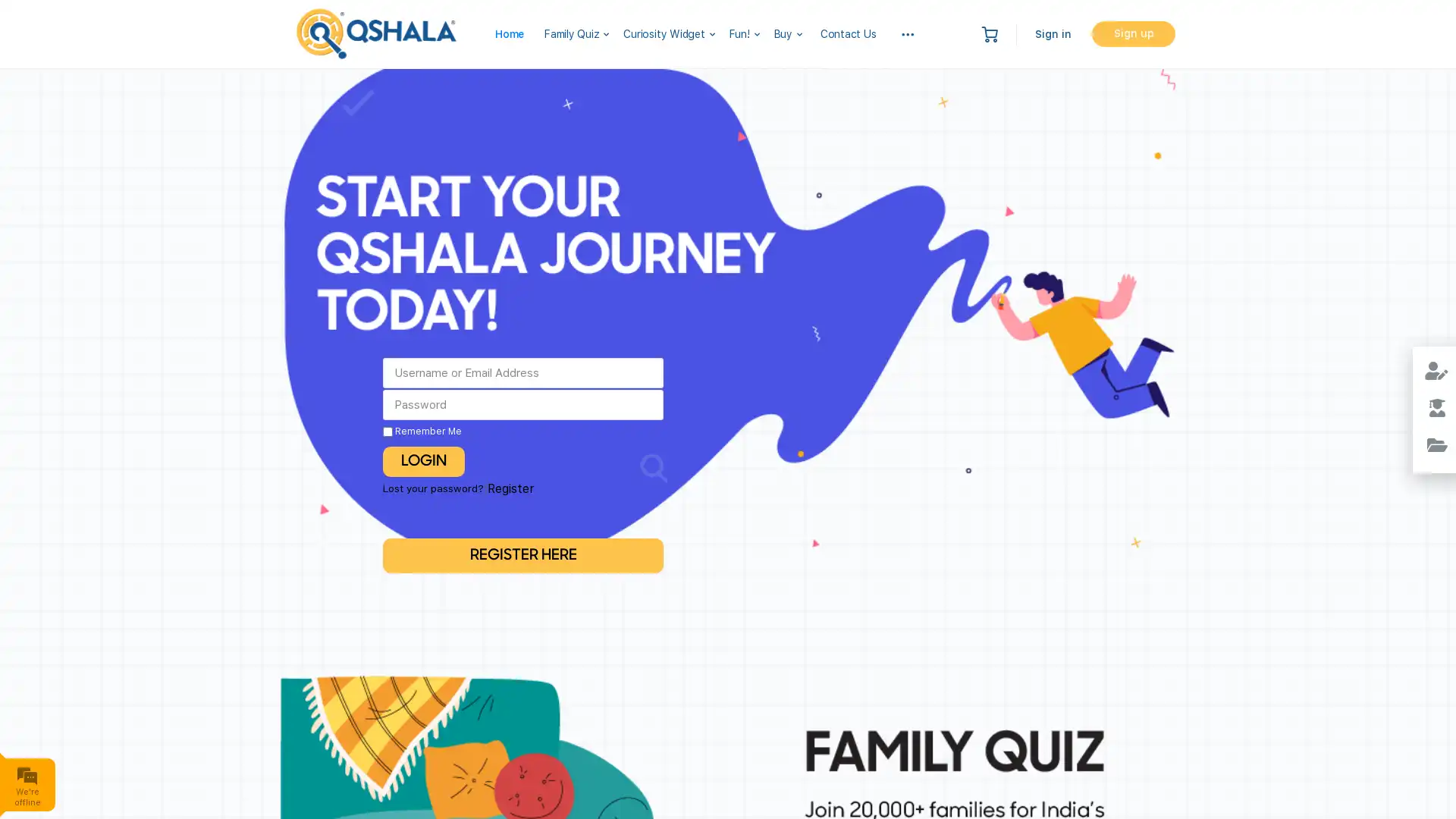  Describe the element at coordinates (423, 460) in the screenshot. I see `LOGIN` at that location.